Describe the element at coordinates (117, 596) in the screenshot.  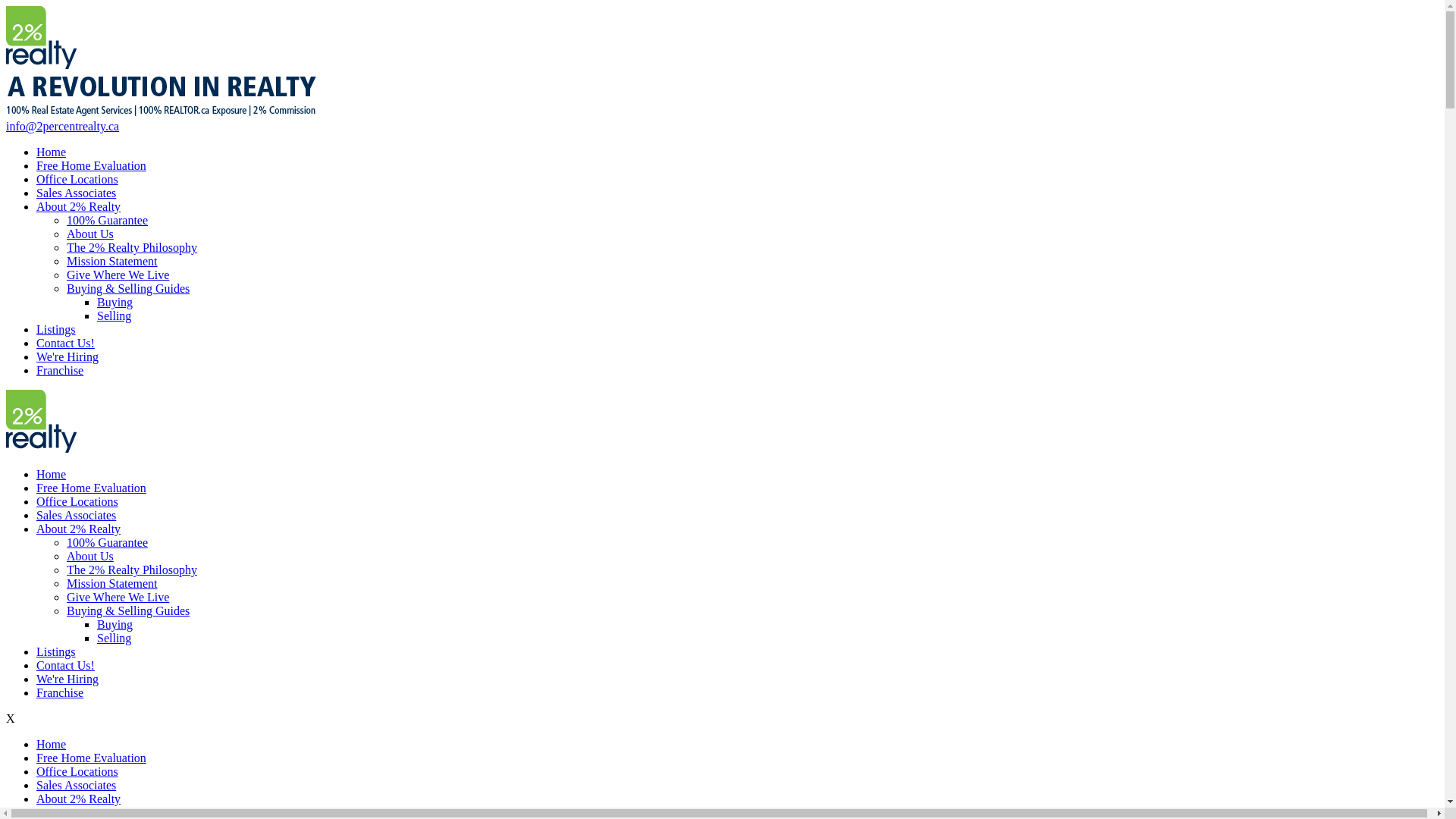
I see `'Give Where We Live'` at that location.